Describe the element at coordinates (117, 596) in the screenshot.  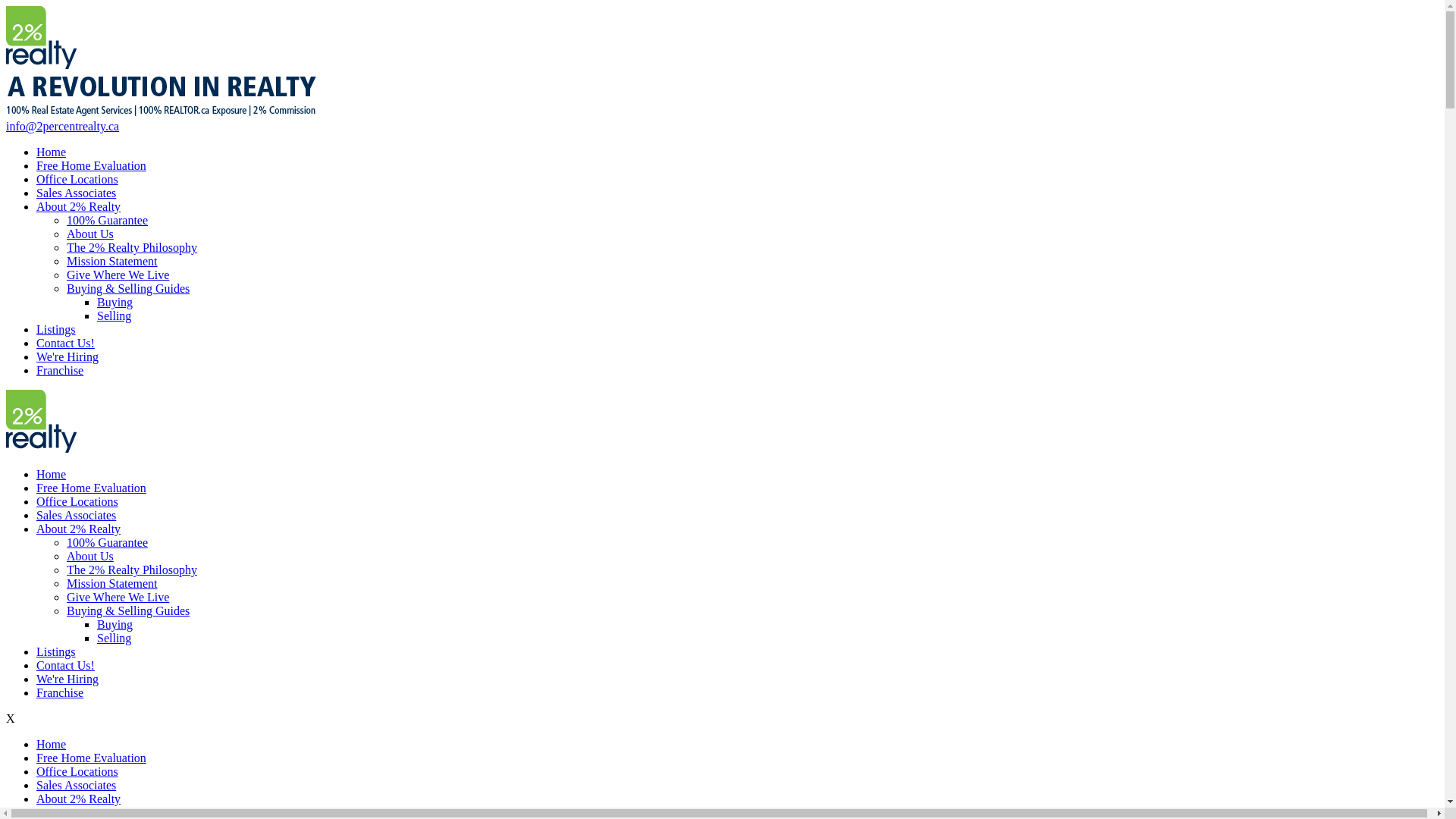
I see `'Give Where We Live'` at that location.